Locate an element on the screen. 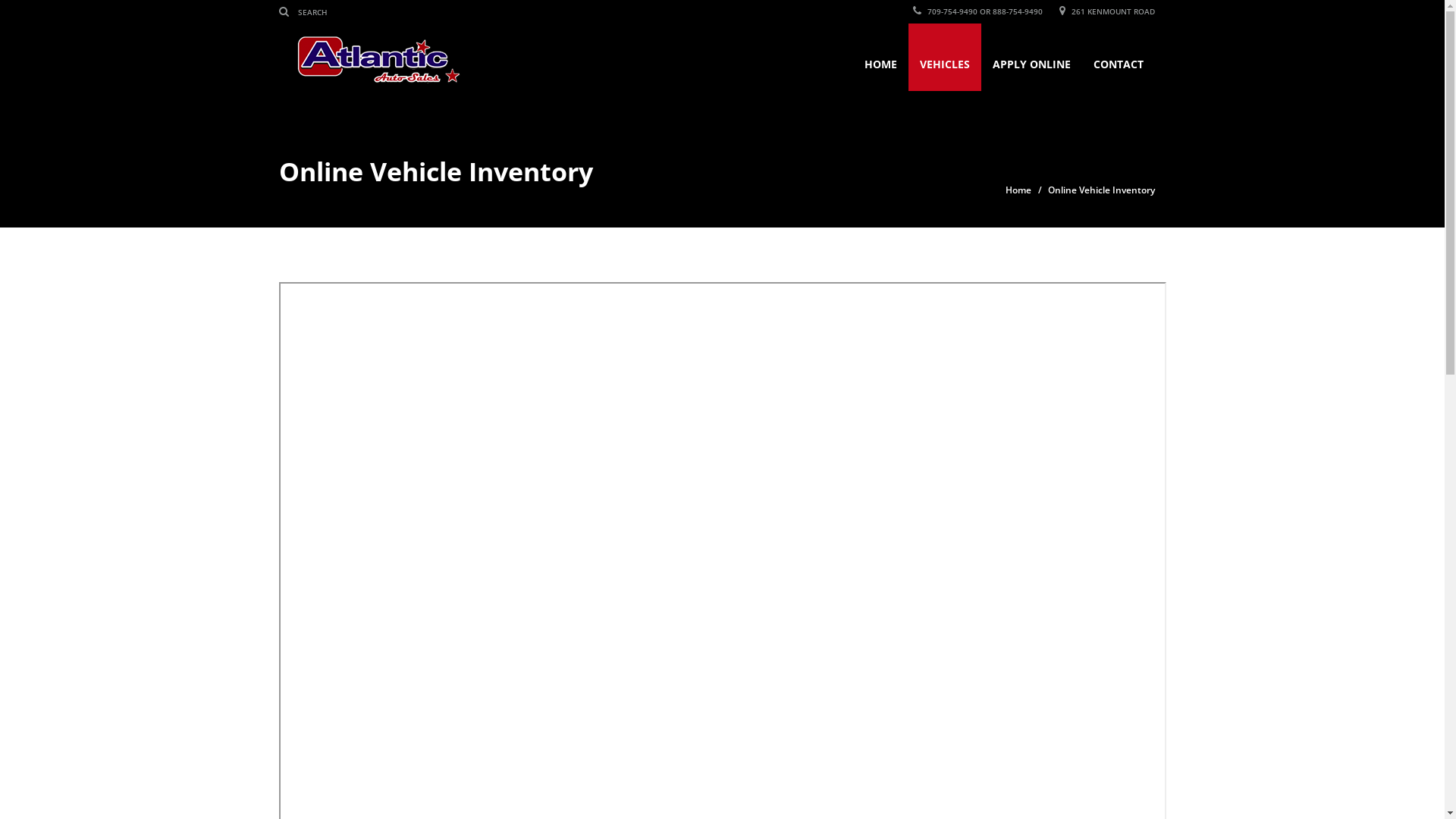  'Home' is located at coordinates (1018, 189).